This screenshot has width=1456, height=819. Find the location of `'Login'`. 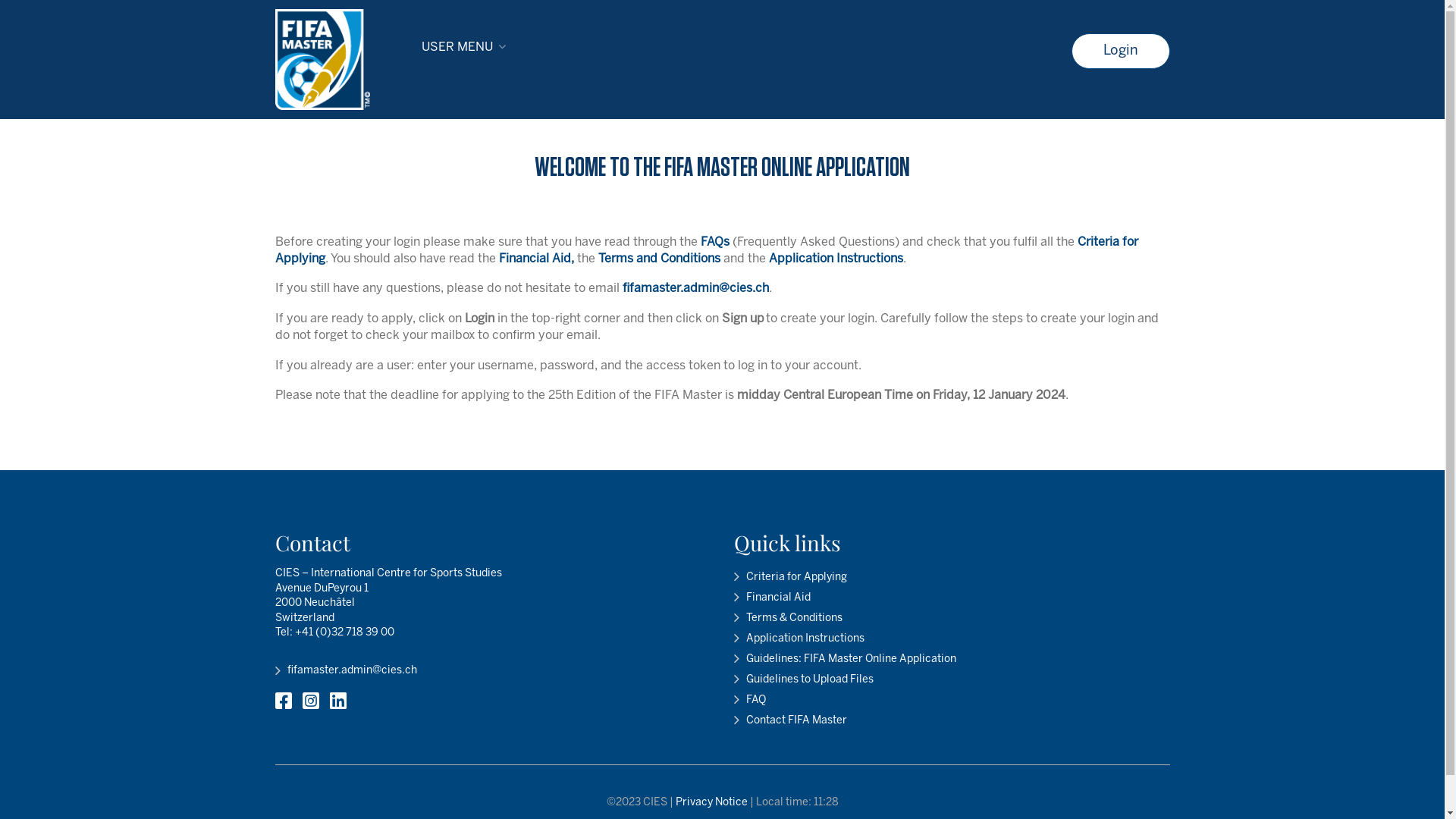

'Login' is located at coordinates (1120, 50).